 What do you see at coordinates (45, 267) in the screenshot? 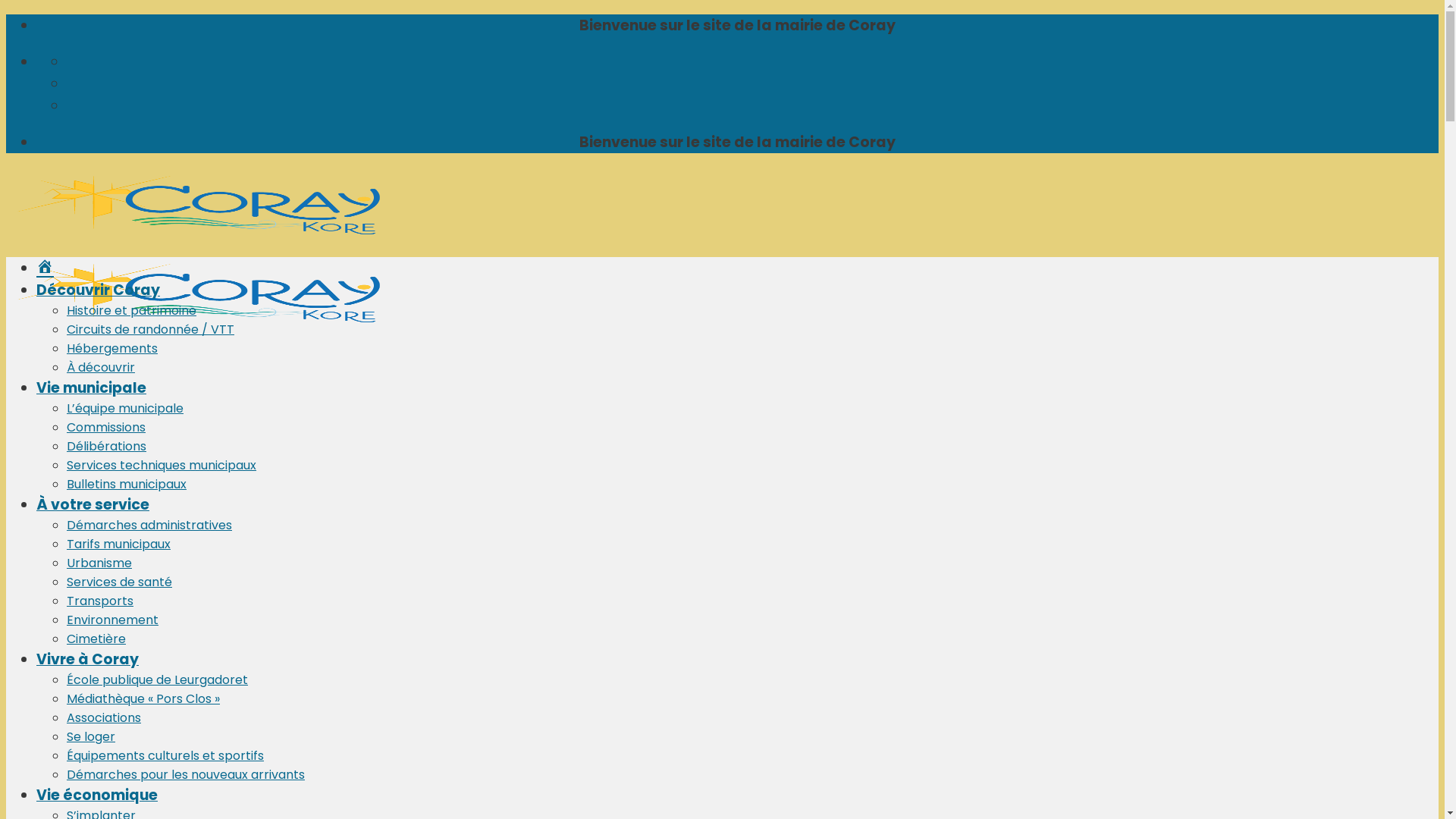
I see `'Accueil'` at bounding box center [45, 267].